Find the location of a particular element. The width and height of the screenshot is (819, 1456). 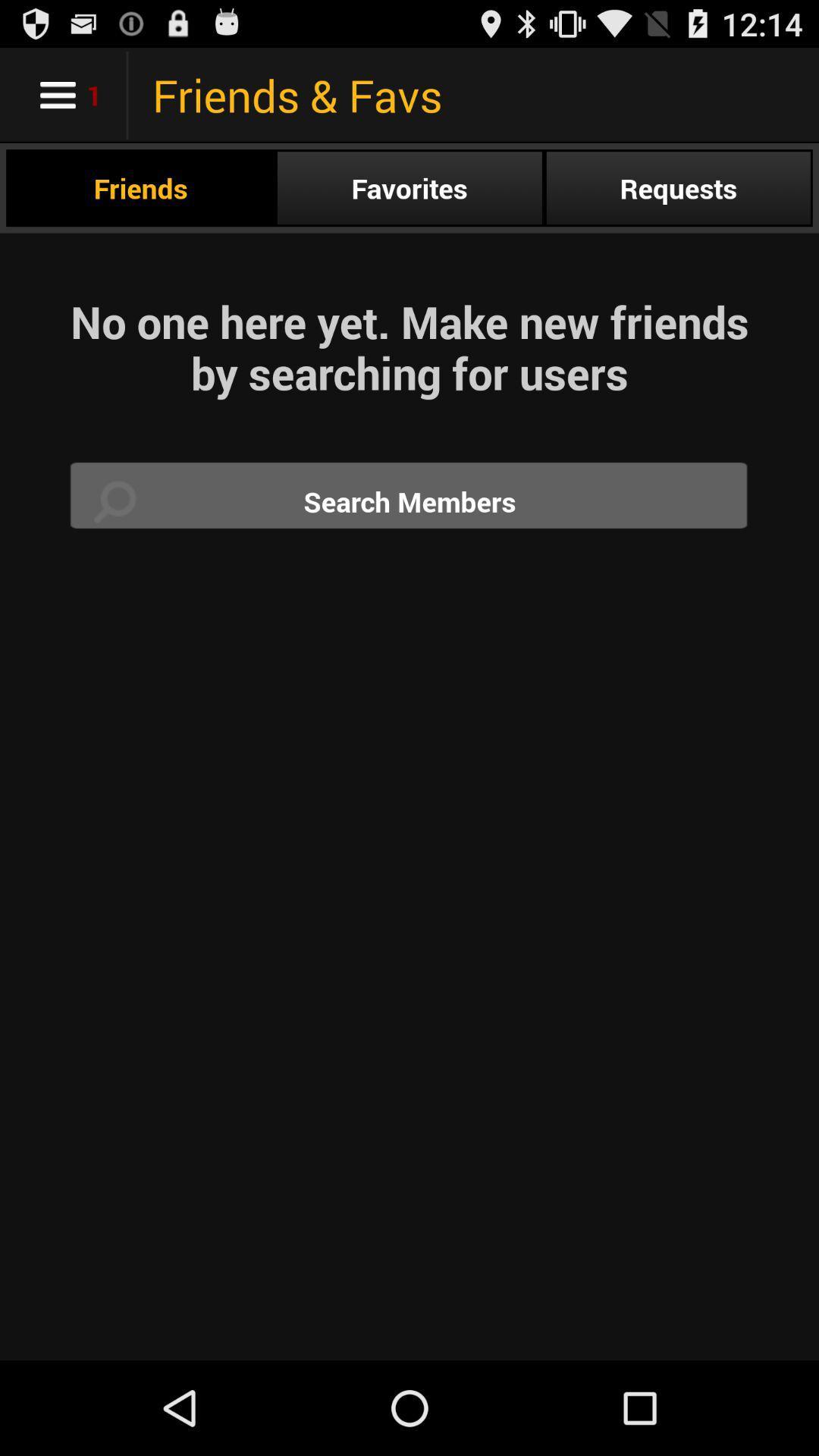

use keyword to search members is located at coordinates (409, 501).